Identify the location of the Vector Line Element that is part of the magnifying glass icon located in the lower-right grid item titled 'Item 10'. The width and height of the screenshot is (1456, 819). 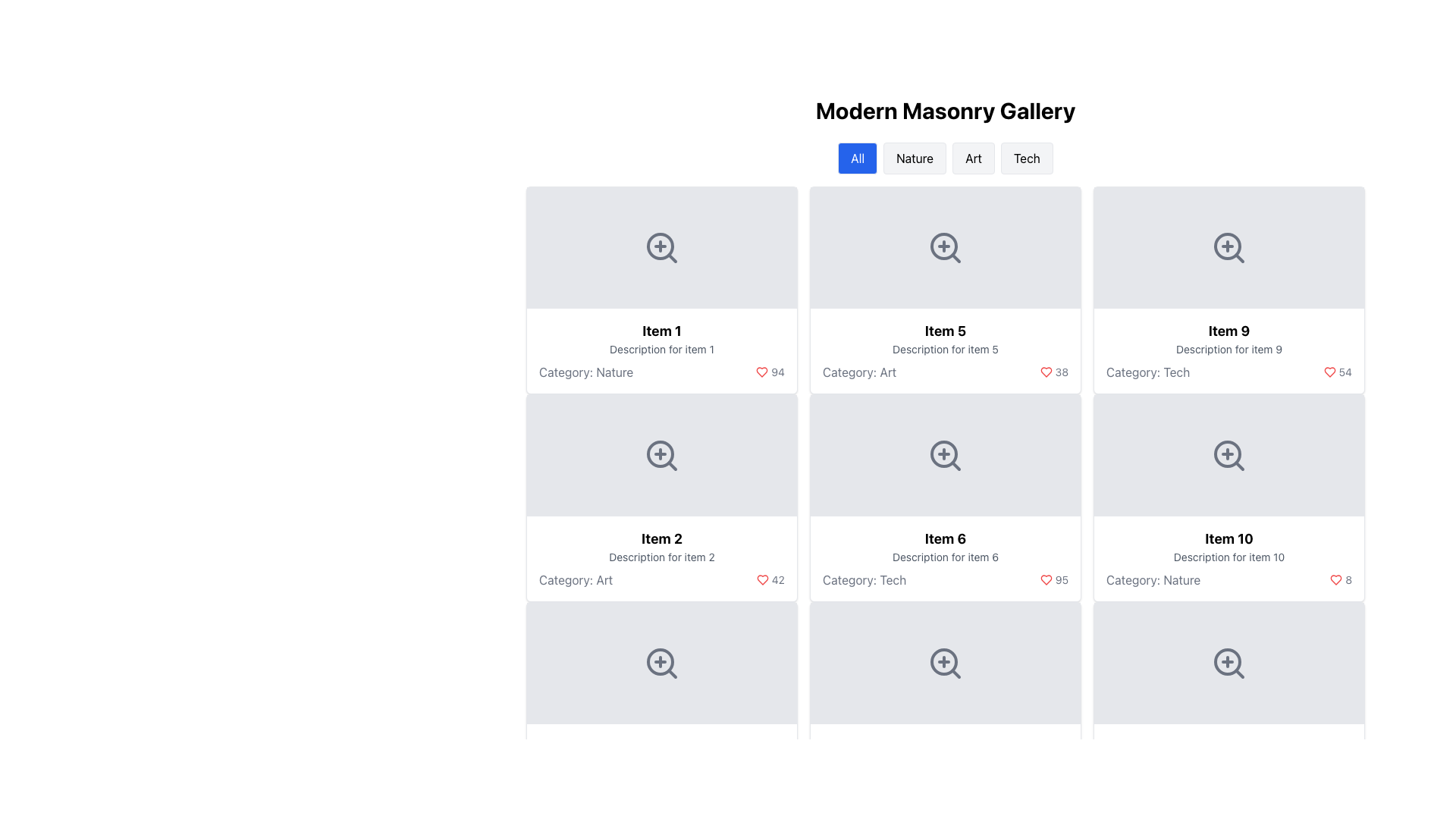
(1239, 465).